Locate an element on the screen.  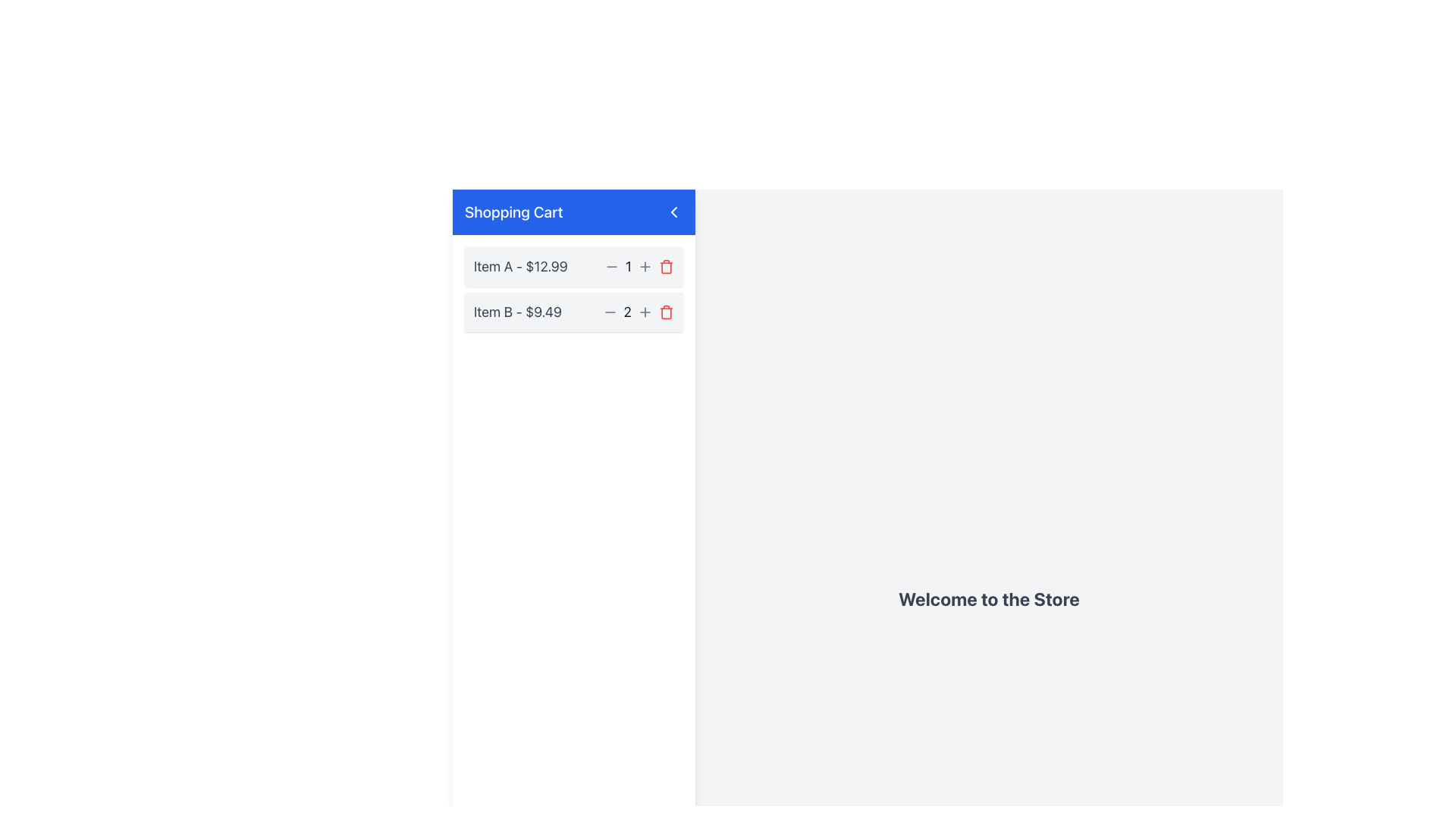
the increment button of the first shopping cart item ('Item A') in the Shopping Cart section to increase its quantity is located at coordinates (573, 265).